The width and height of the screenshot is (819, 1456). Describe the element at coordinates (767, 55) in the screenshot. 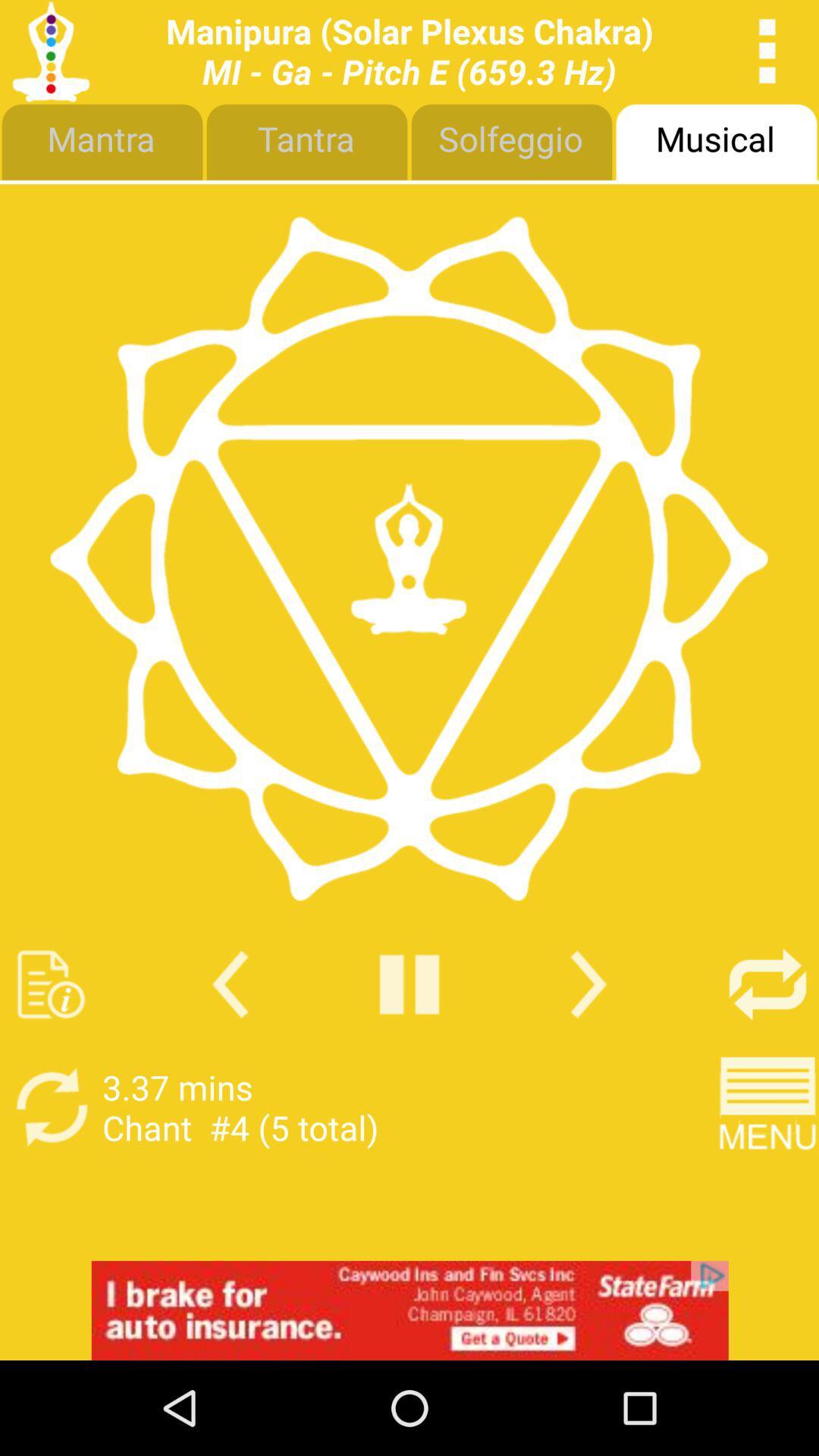

I see `the more icon` at that location.